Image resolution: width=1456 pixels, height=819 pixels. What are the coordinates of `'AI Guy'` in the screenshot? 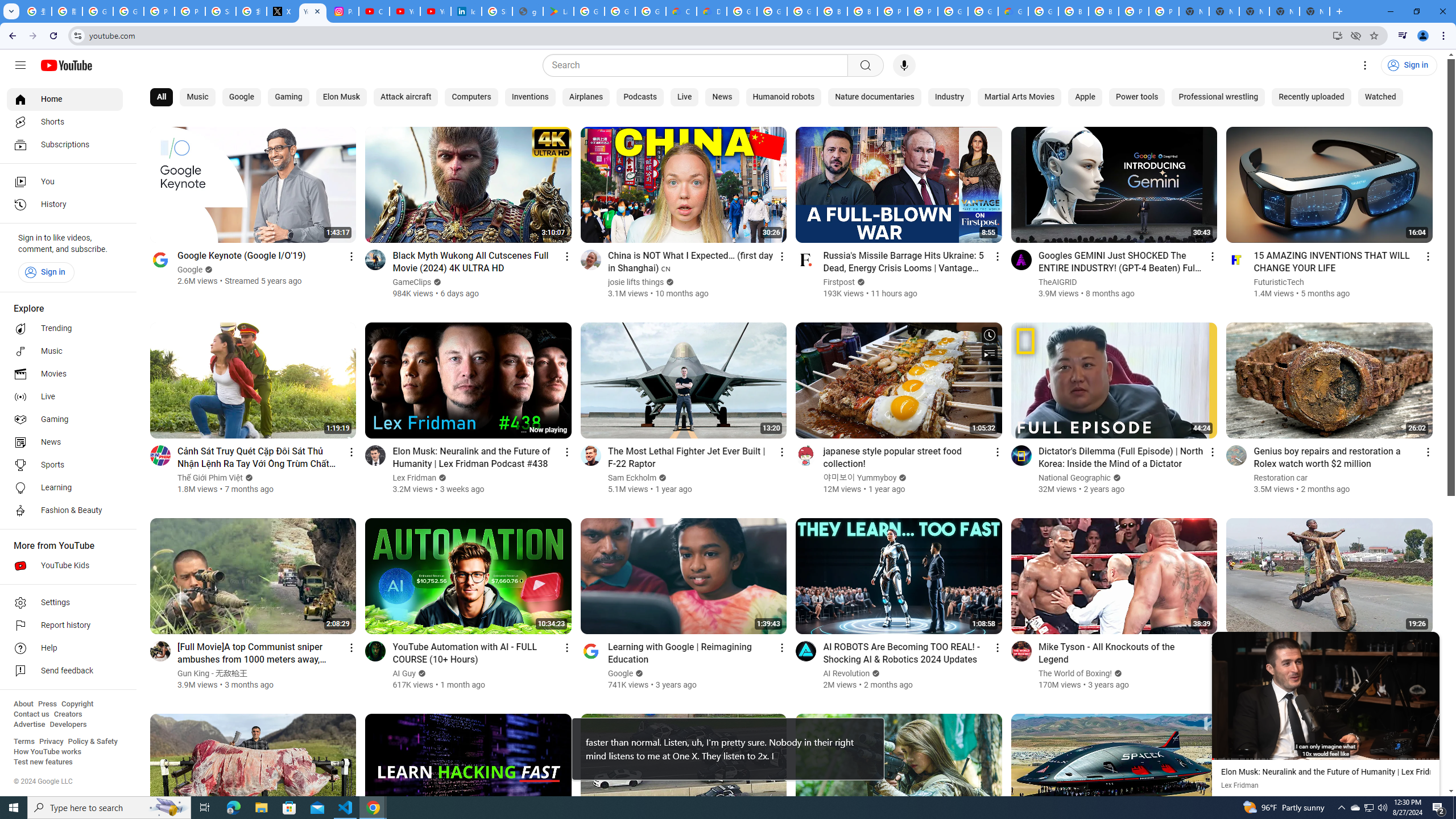 It's located at (404, 673).